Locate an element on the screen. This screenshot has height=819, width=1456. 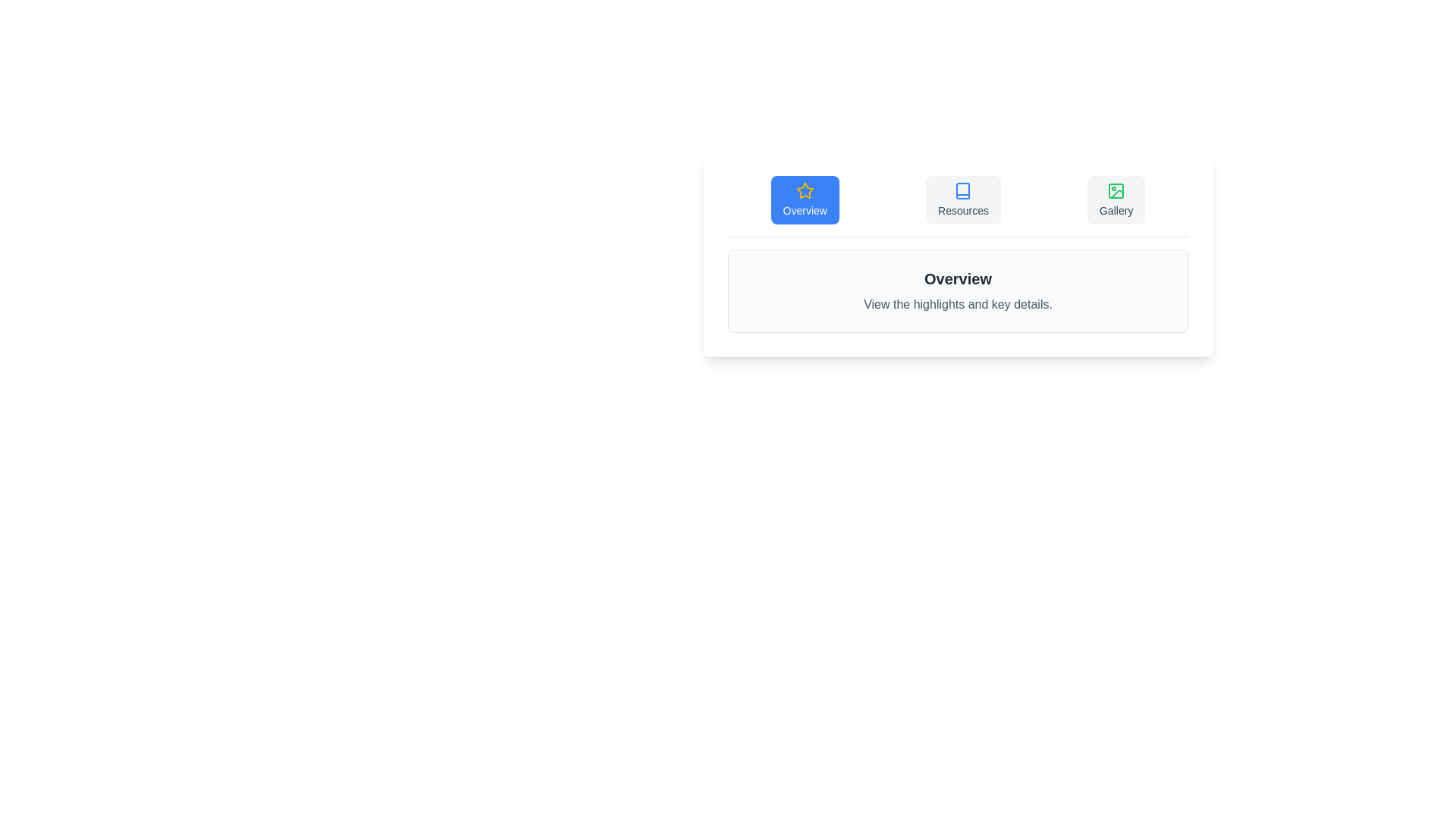
the icon of the Resources tab is located at coordinates (962, 190).